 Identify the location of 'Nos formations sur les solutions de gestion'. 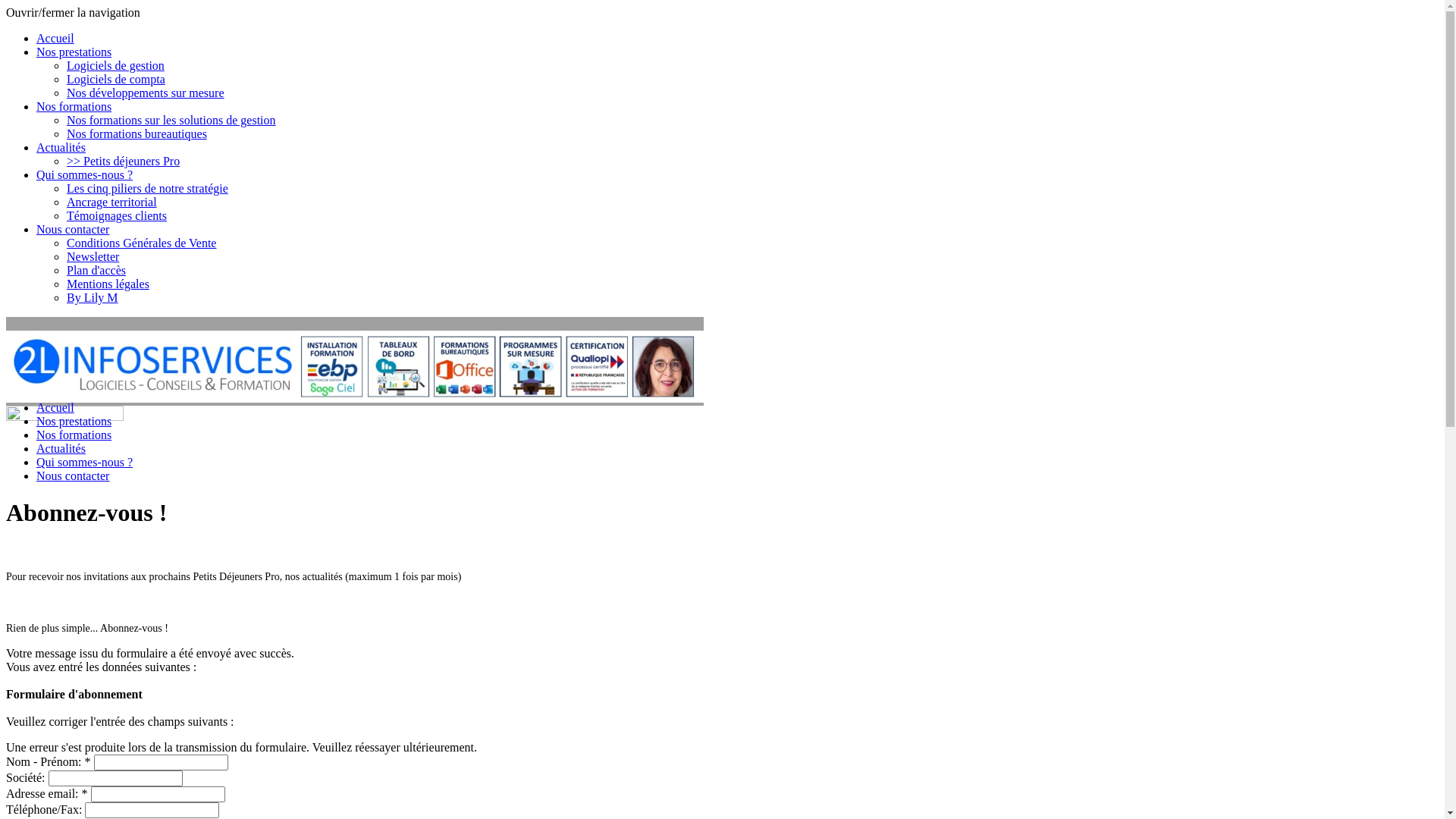
(65, 119).